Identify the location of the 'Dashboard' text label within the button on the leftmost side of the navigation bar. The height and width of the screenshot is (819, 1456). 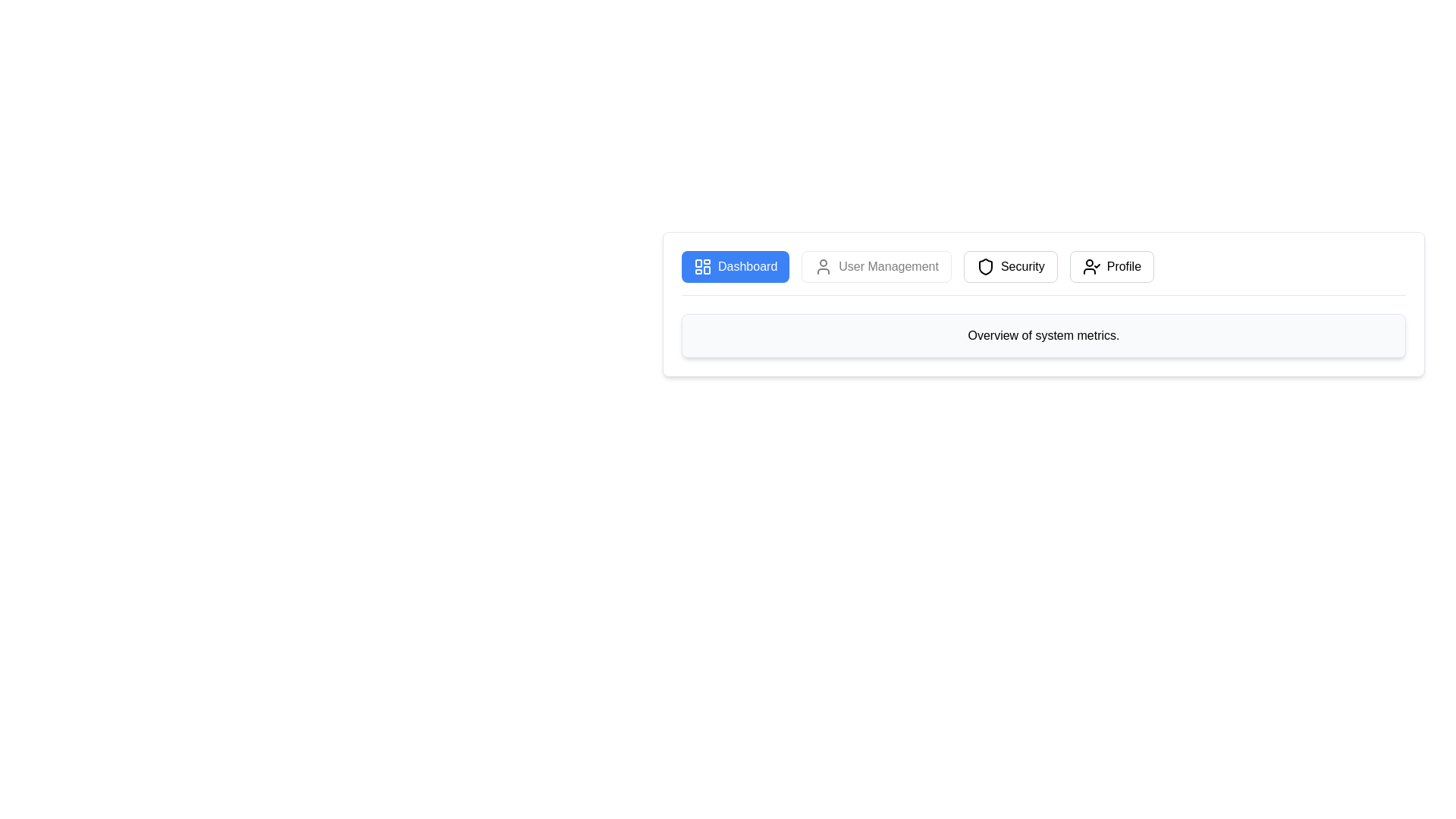
(748, 265).